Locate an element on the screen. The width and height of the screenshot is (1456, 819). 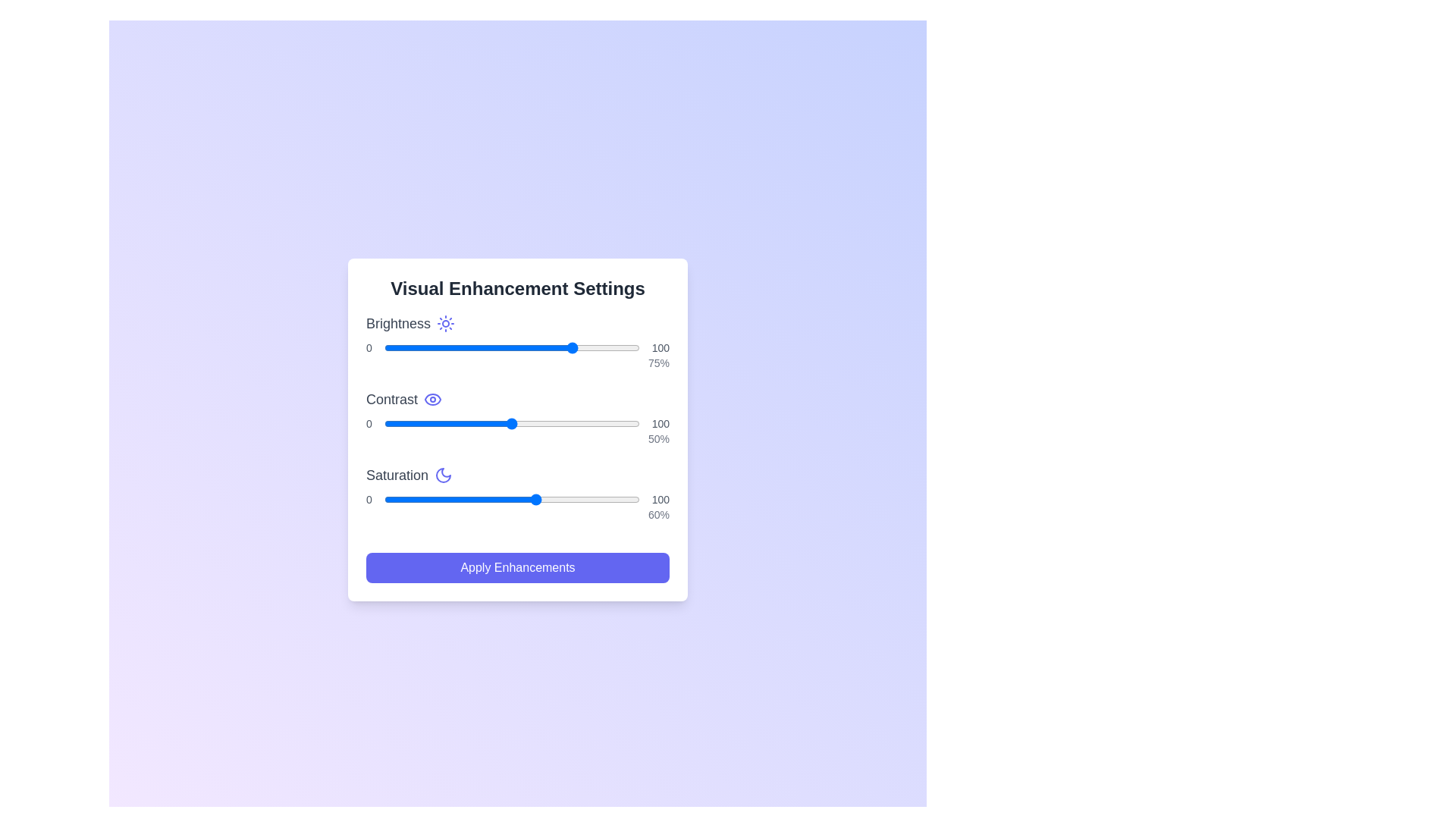
the saturation slider to 90% is located at coordinates (614, 500).